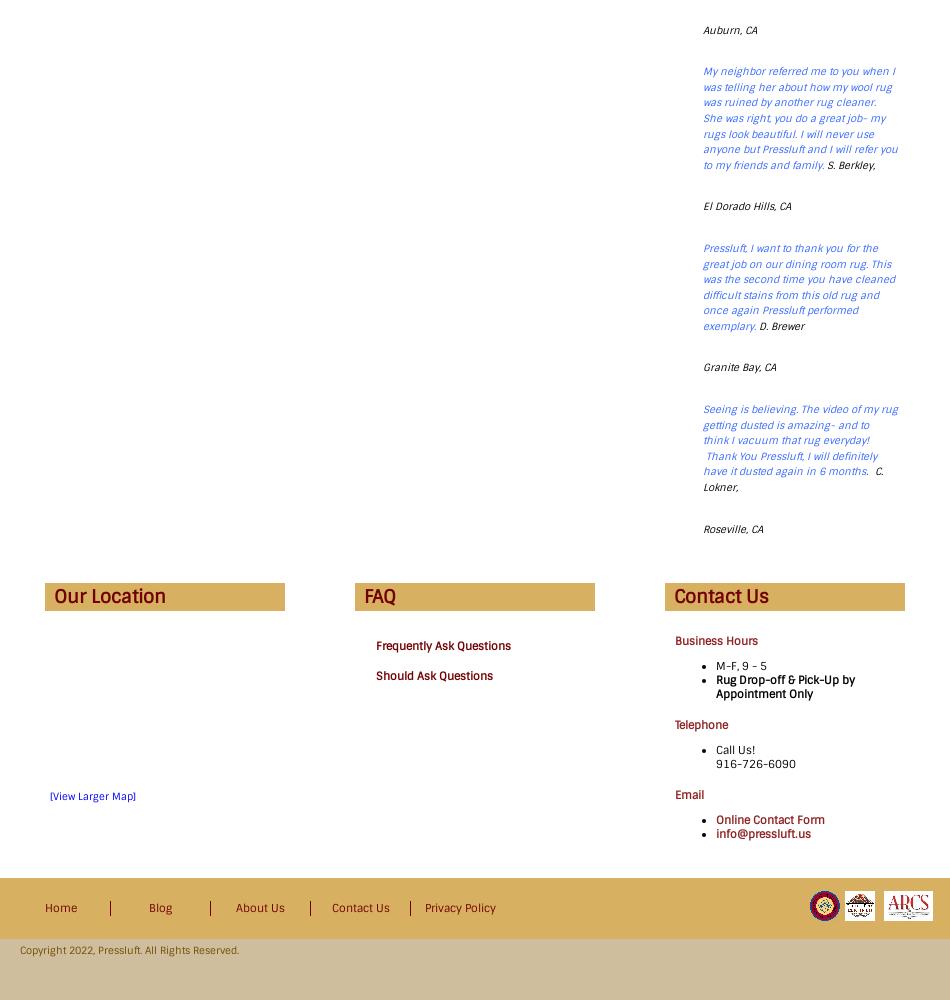  Describe the element at coordinates (689, 795) in the screenshot. I see `'Email'` at that location.